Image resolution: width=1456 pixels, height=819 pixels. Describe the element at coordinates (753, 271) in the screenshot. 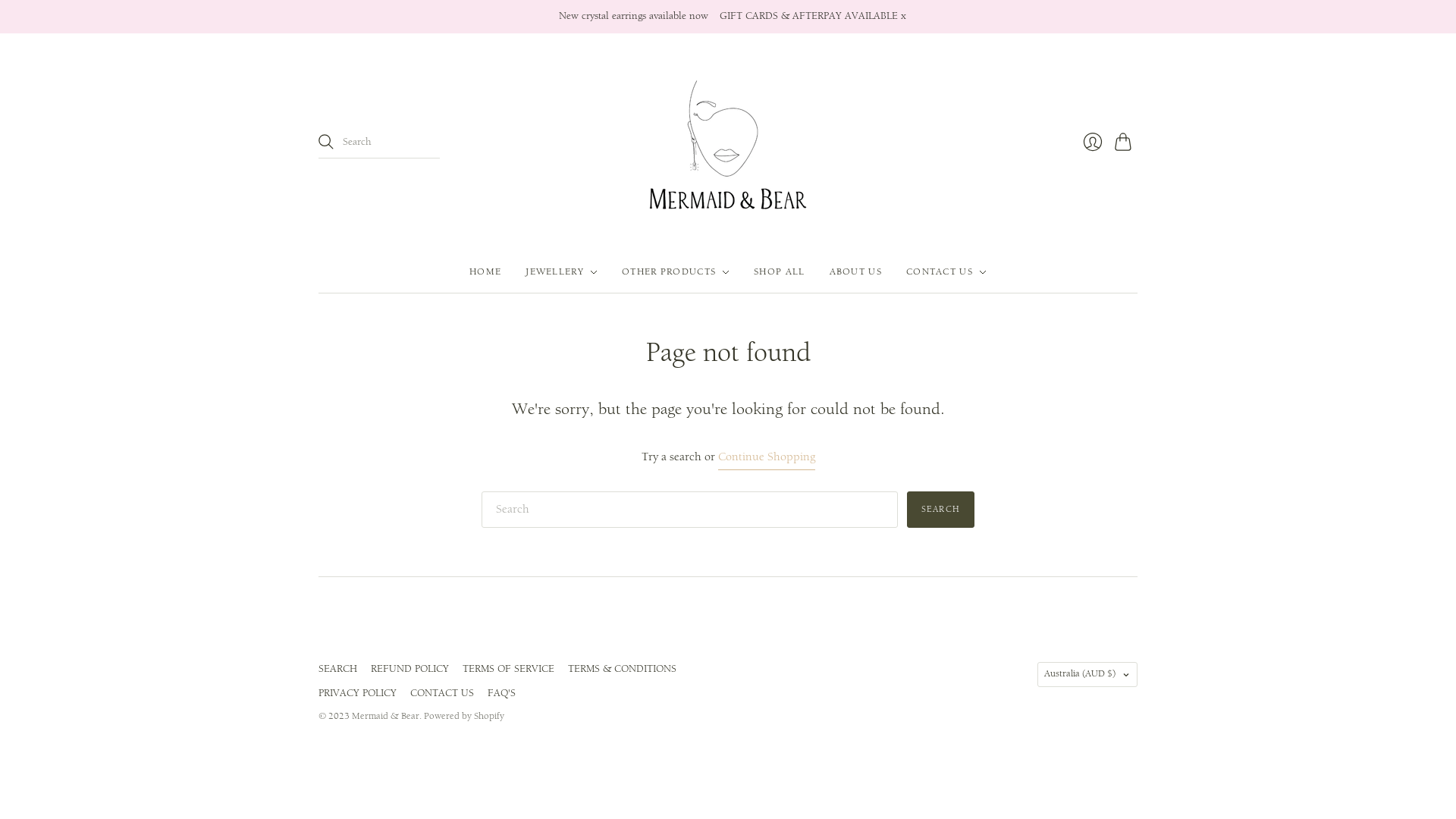

I see `'SHOP ALL'` at that location.